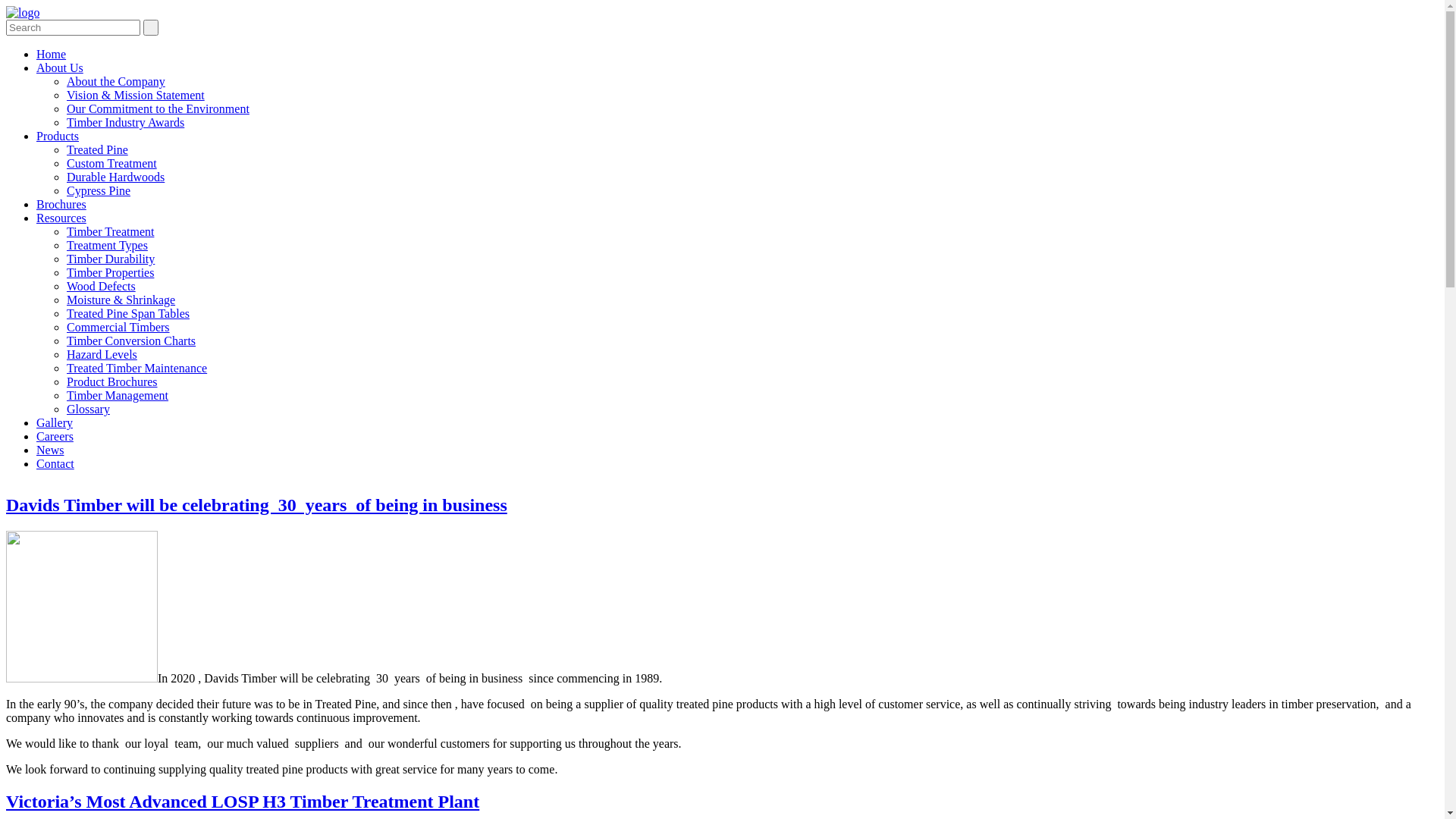  What do you see at coordinates (22, 12) in the screenshot?
I see `'Davids Timber'` at bounding box center [22, 12].